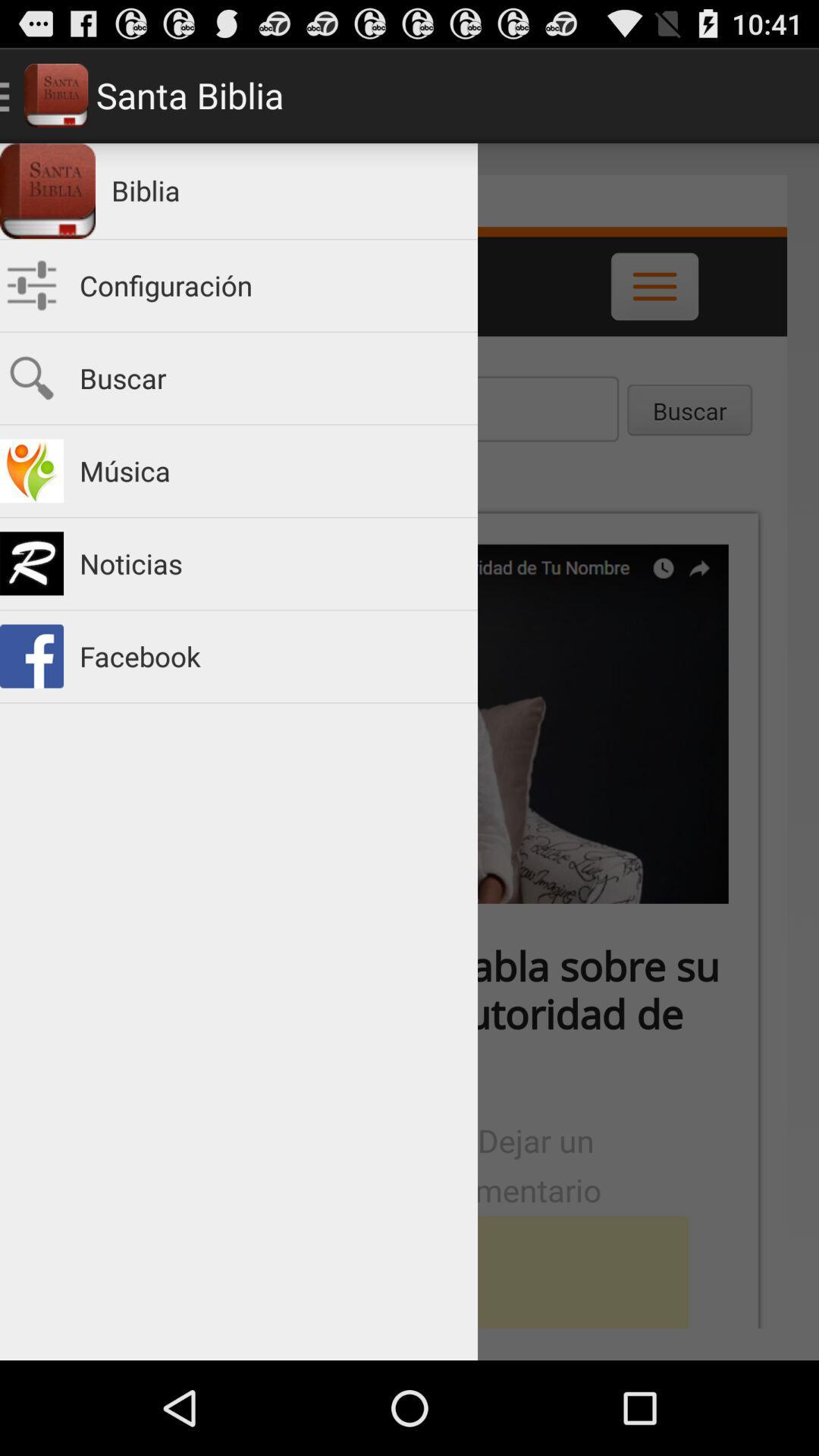 The width and height of the screenshot is (819, 1456). I want to click on facebook, so click(270, 656).